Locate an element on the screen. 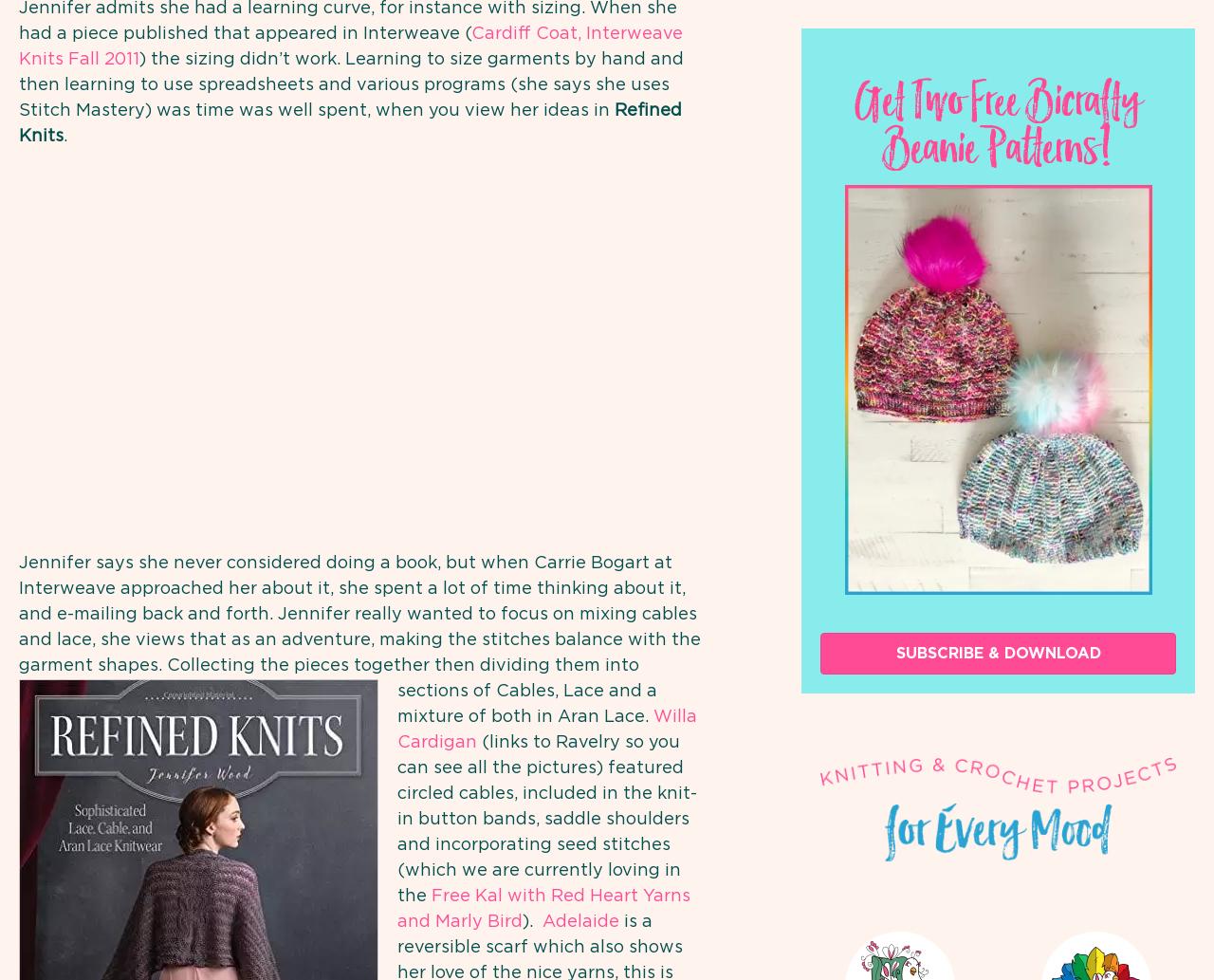 The image size is (1214, 980). '(links to Ravelry so you can see all the pictures) featured circled cables, included in the knit-in button bands, saddle shoulders and incorporating seed stitches (which we are currently loving in the' is located at coordinates (395, 819).